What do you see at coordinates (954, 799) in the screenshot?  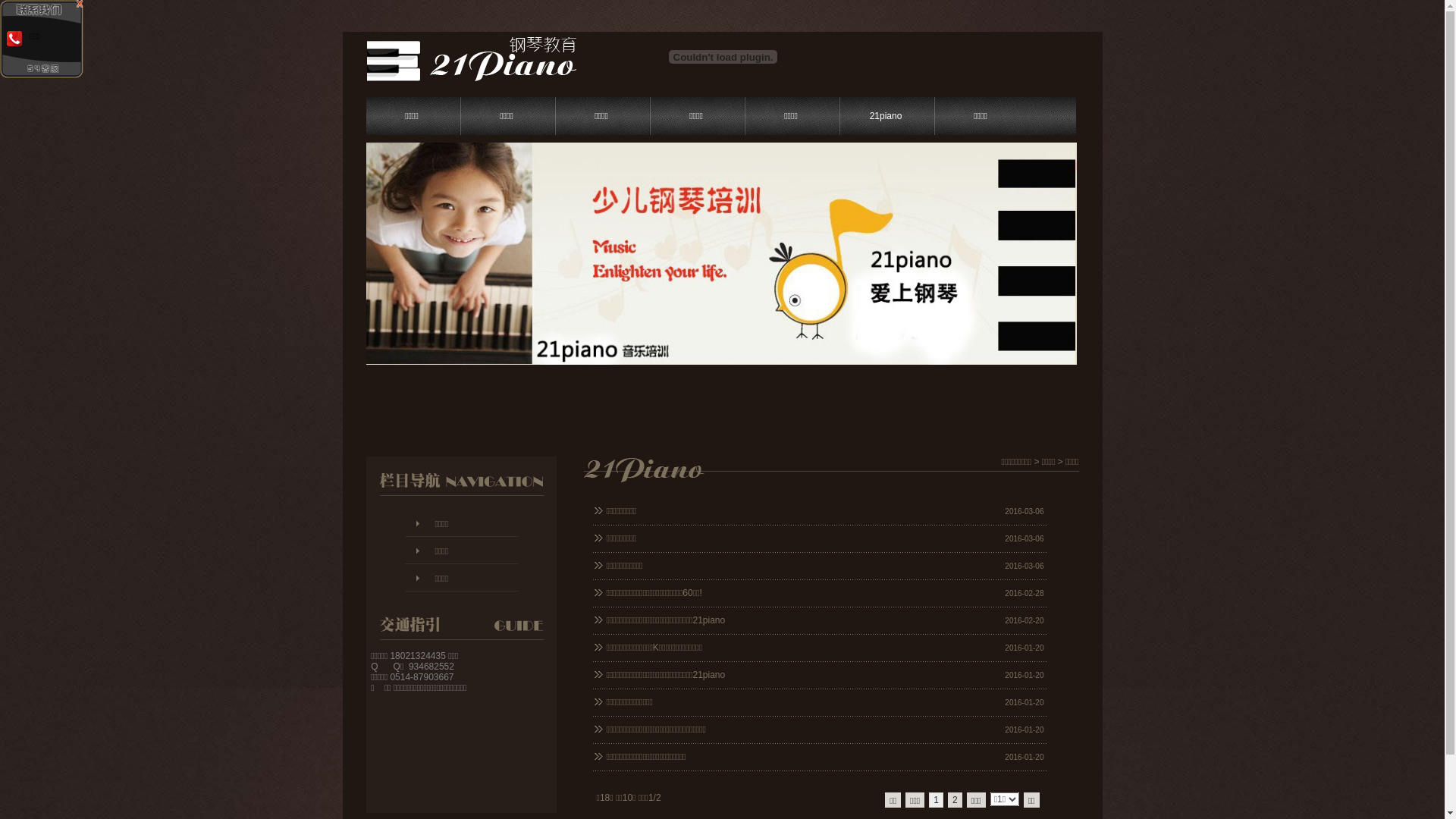 I see `'2'` at bounding box center [954, 799].